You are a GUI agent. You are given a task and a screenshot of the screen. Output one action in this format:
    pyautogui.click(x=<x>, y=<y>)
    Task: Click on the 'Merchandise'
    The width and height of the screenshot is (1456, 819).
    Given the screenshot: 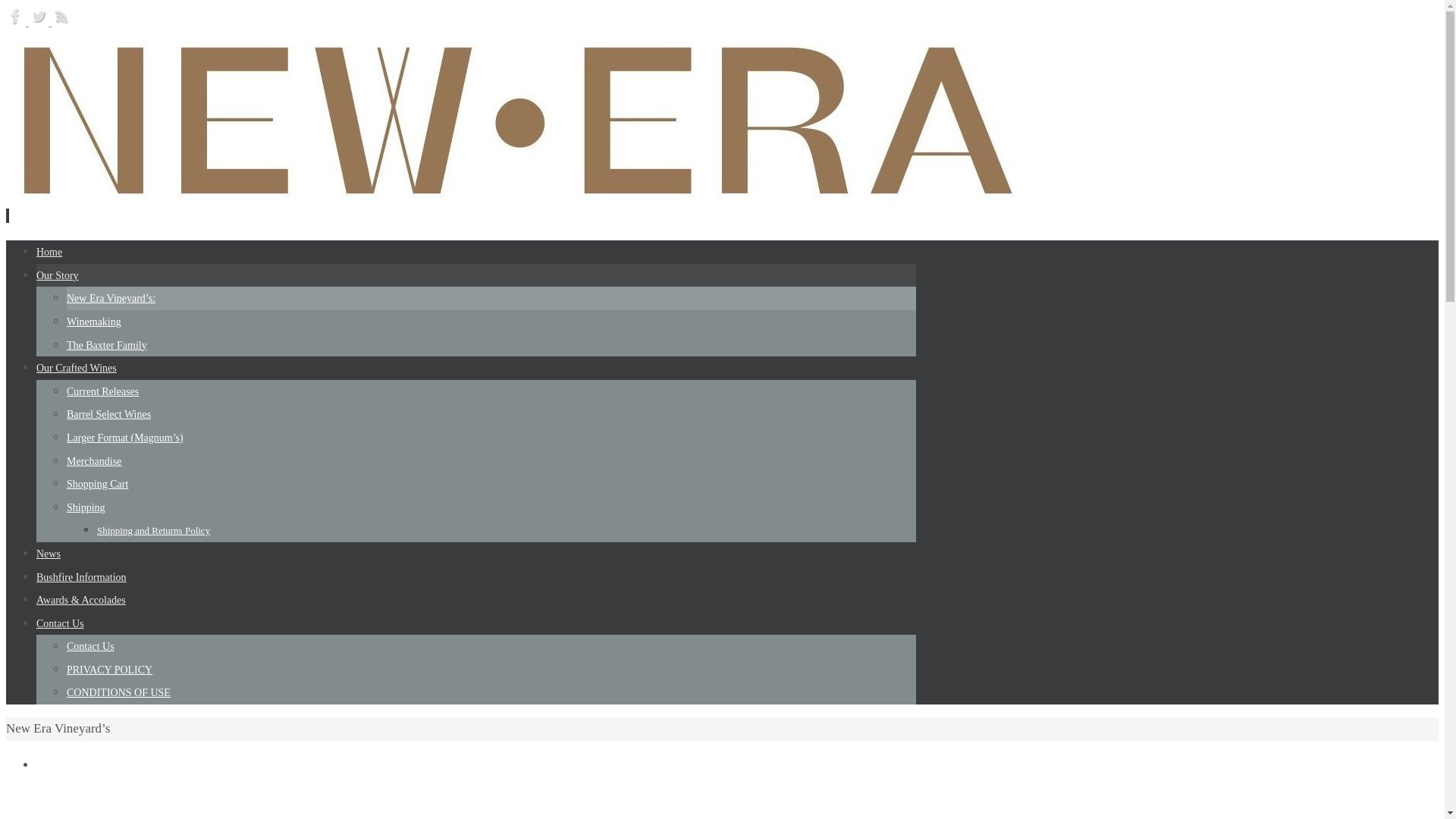 What is the action you would take?
    pyautogui.click(x=93, y=460)
    